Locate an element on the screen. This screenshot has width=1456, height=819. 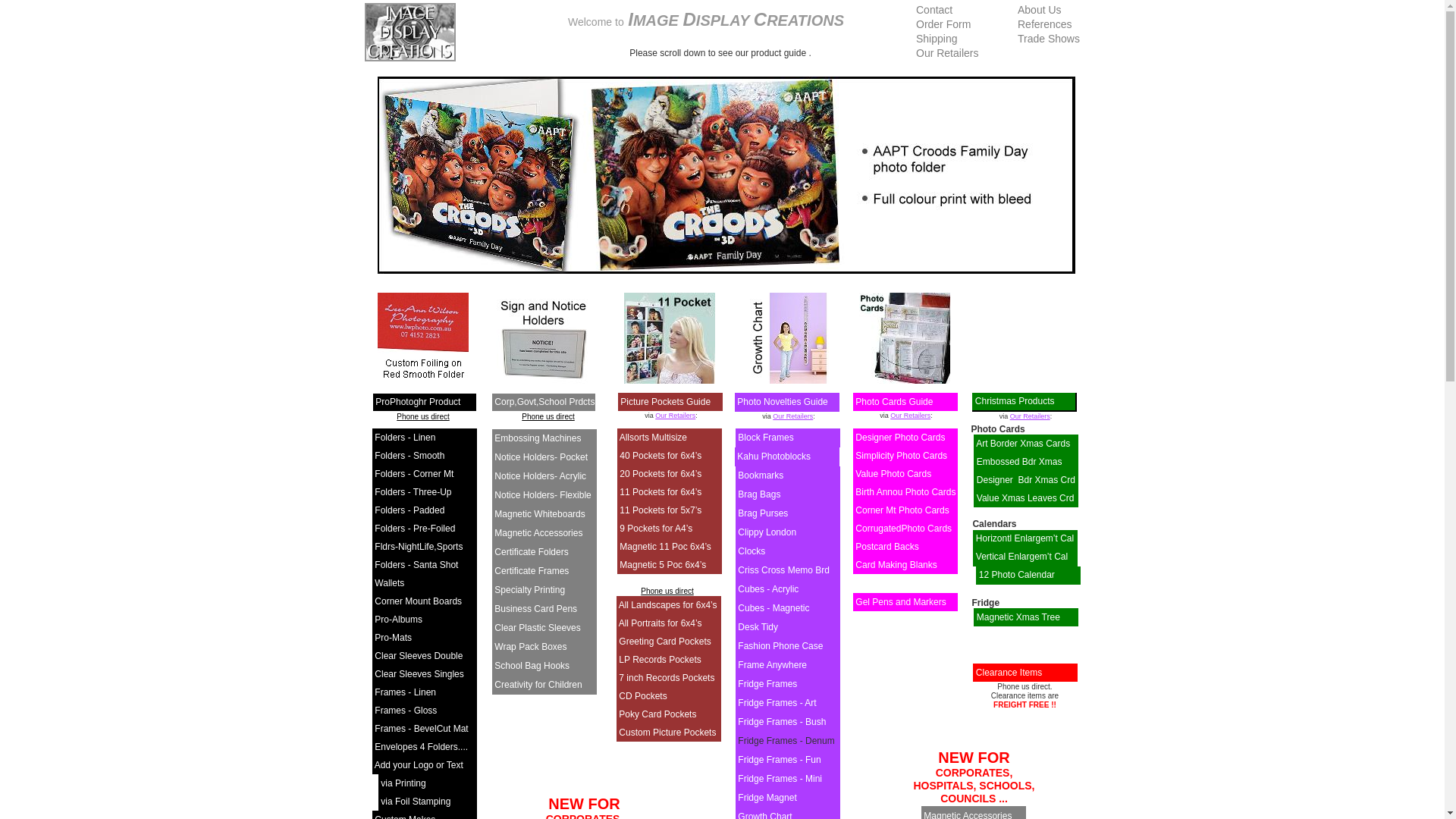
'Embossed Bdr Xmas' is located at coordinates (1019, 461).